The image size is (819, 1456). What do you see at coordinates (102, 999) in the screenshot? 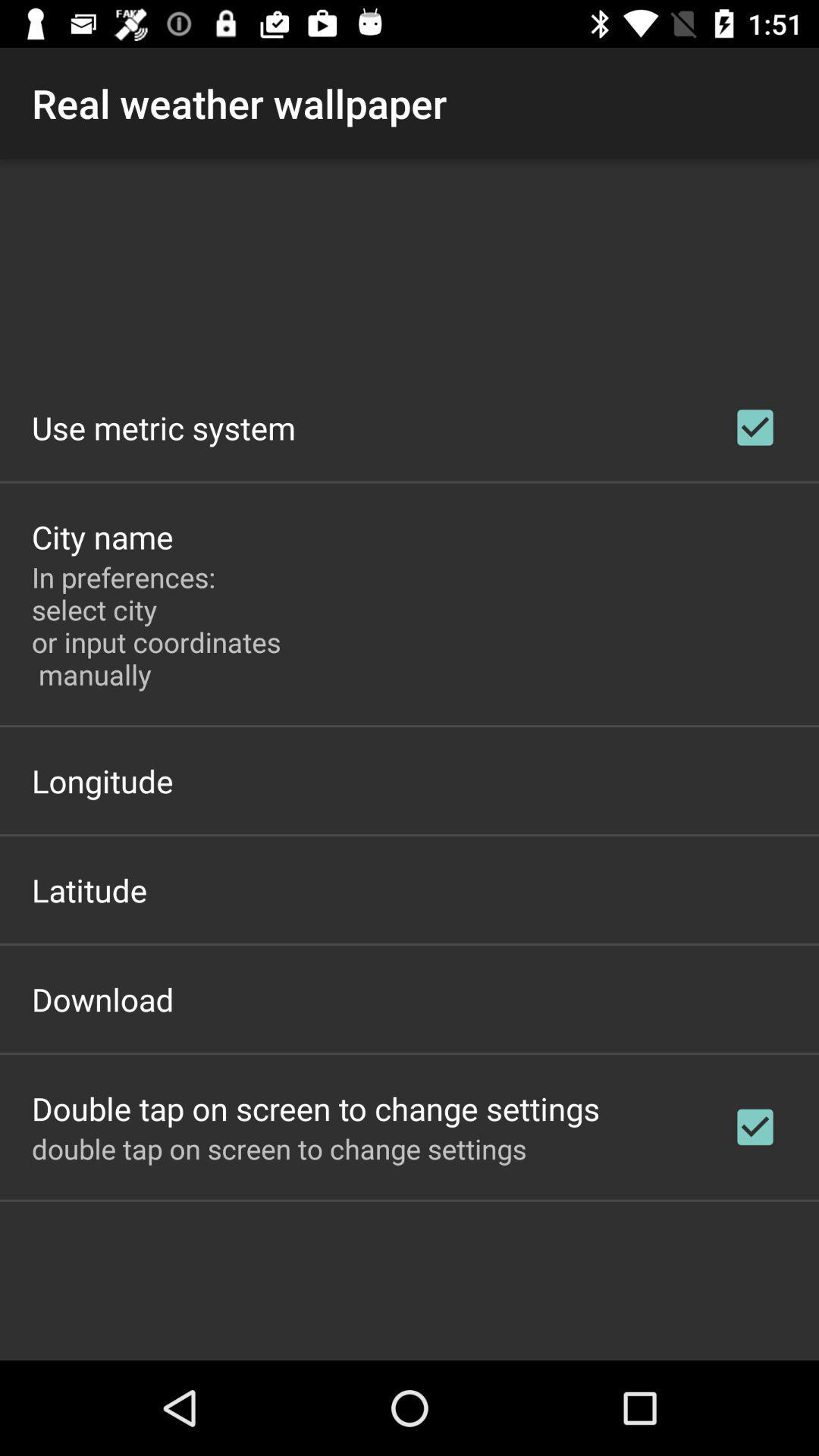
I see `download at the bottom left corner` at bounding box center [102, 999].